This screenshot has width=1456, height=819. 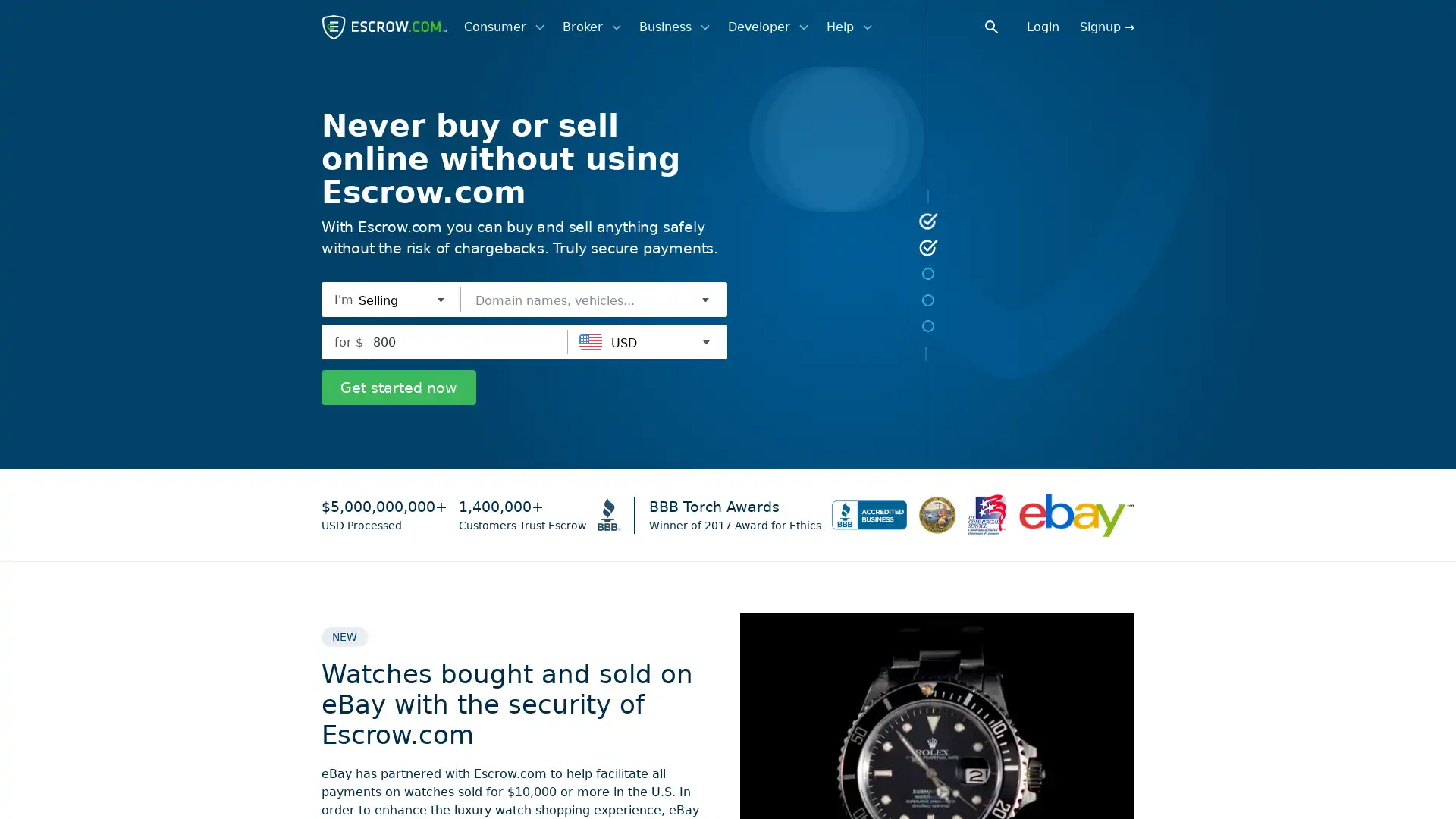 I want to click on Get started now, so click(x=399, y=386).